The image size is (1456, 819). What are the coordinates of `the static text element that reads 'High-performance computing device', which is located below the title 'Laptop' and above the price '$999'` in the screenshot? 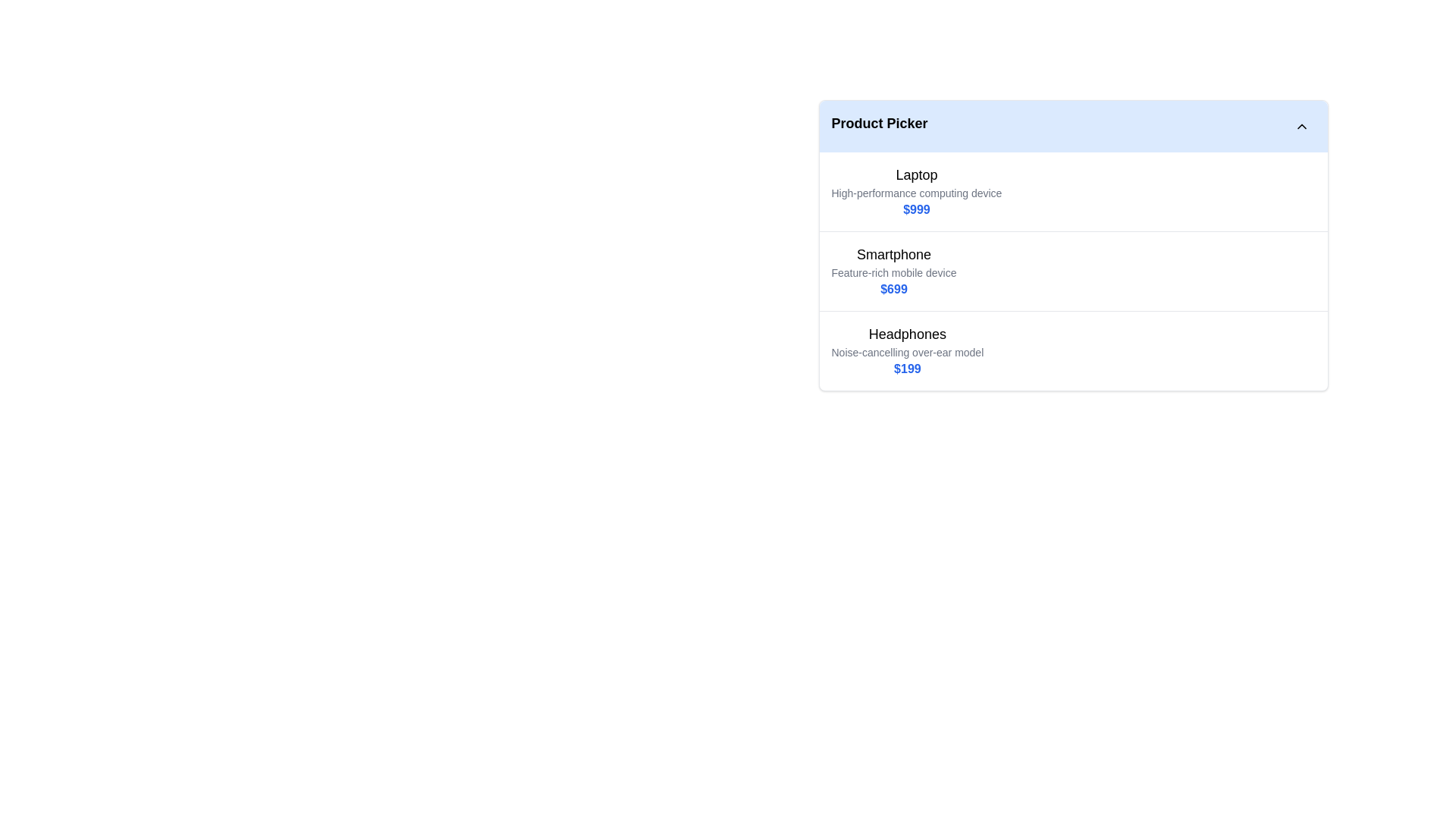 It's located at (916, 192).